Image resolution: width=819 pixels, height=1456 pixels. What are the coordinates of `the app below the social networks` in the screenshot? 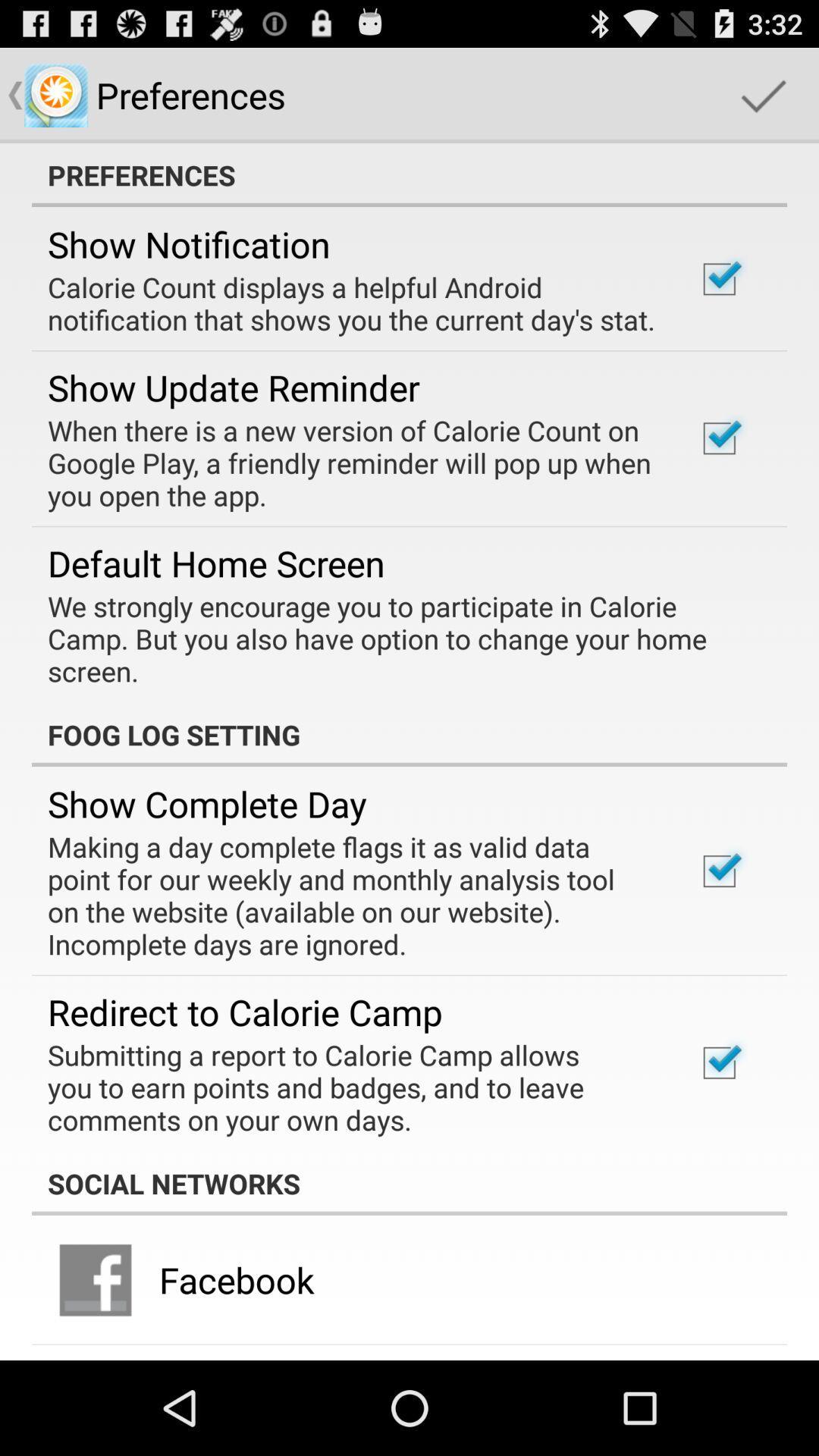 It's located at (237, 1279).